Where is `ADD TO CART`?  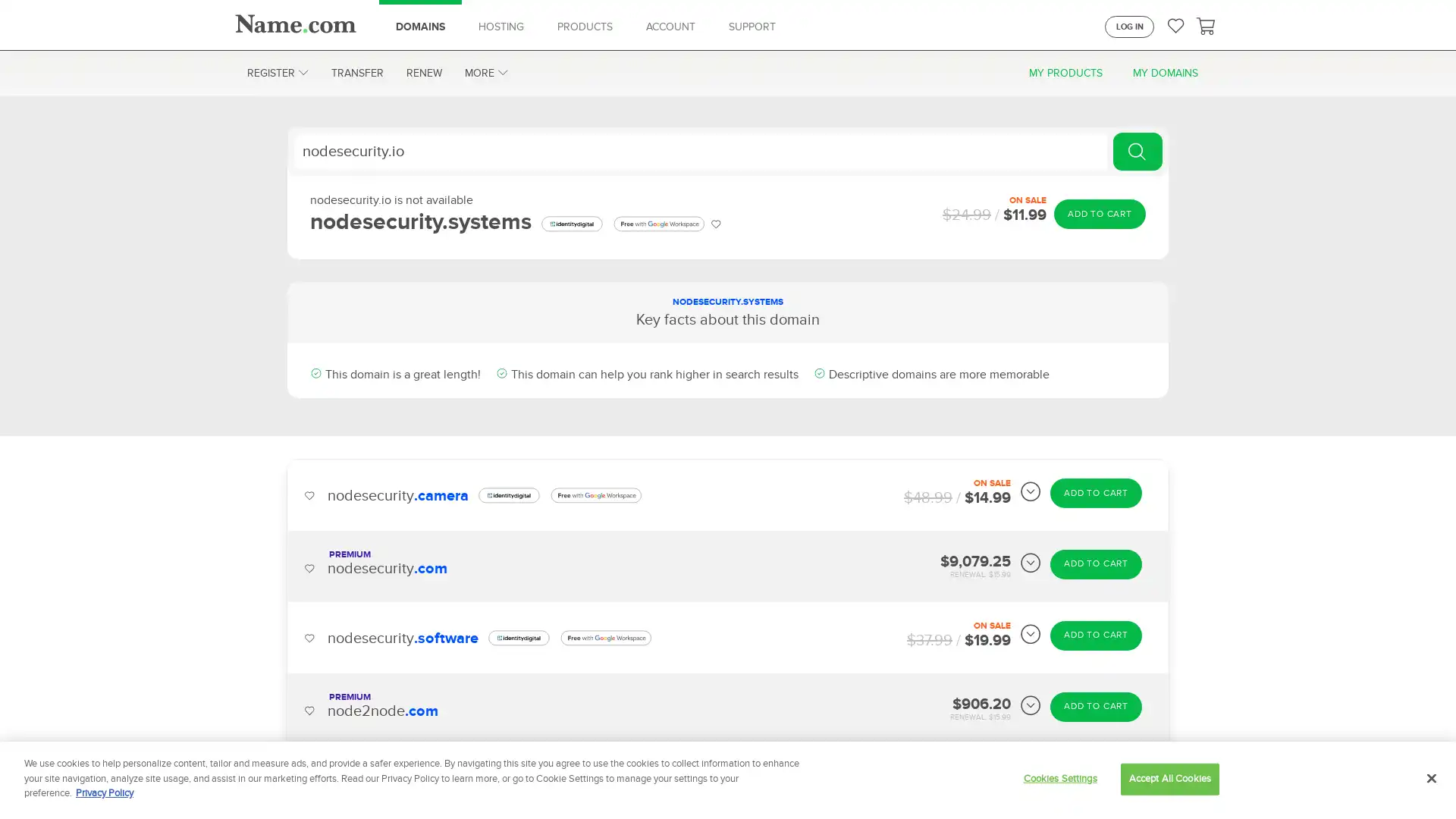
ADD TO CART is located at coordinates (1096, 706).